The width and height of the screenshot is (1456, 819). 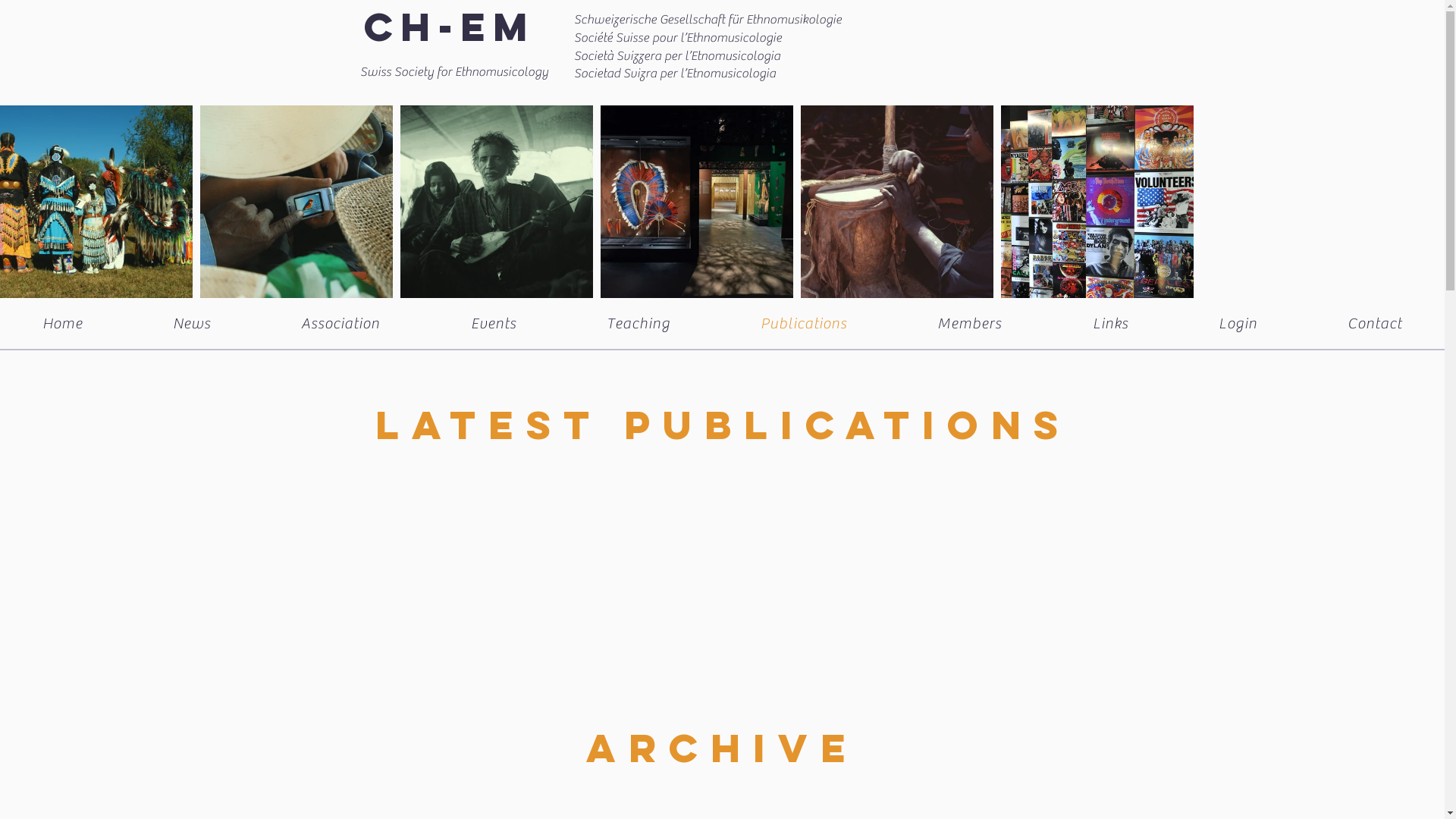 I want to click on 'Teaching', so click(x=638, y=322).